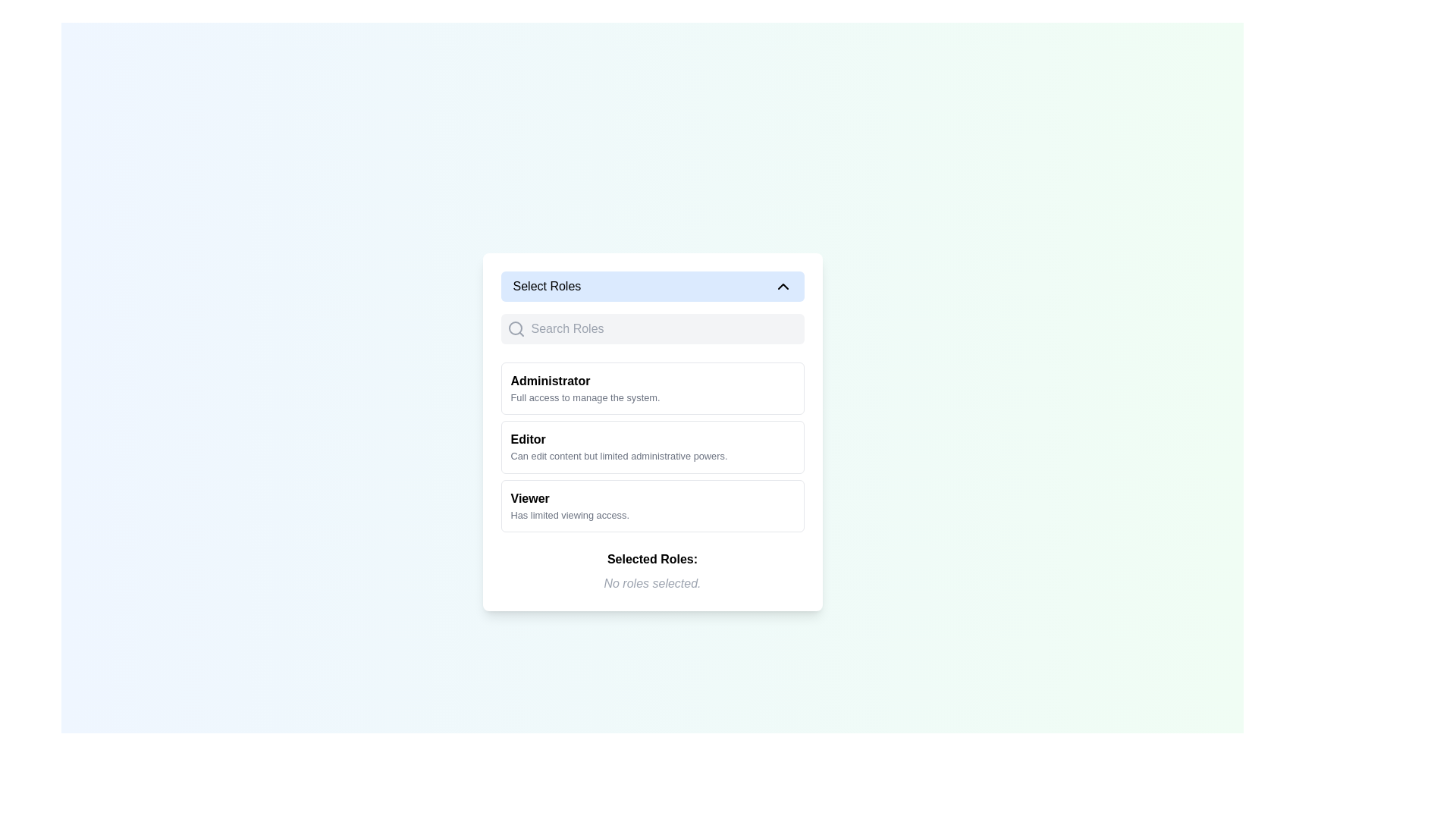 This screenshot has height=819, width=1456. I want to click on the static text label displaying 'Editor' in bold, black font, located in the second card of user role descriptions, so click(528, 440).